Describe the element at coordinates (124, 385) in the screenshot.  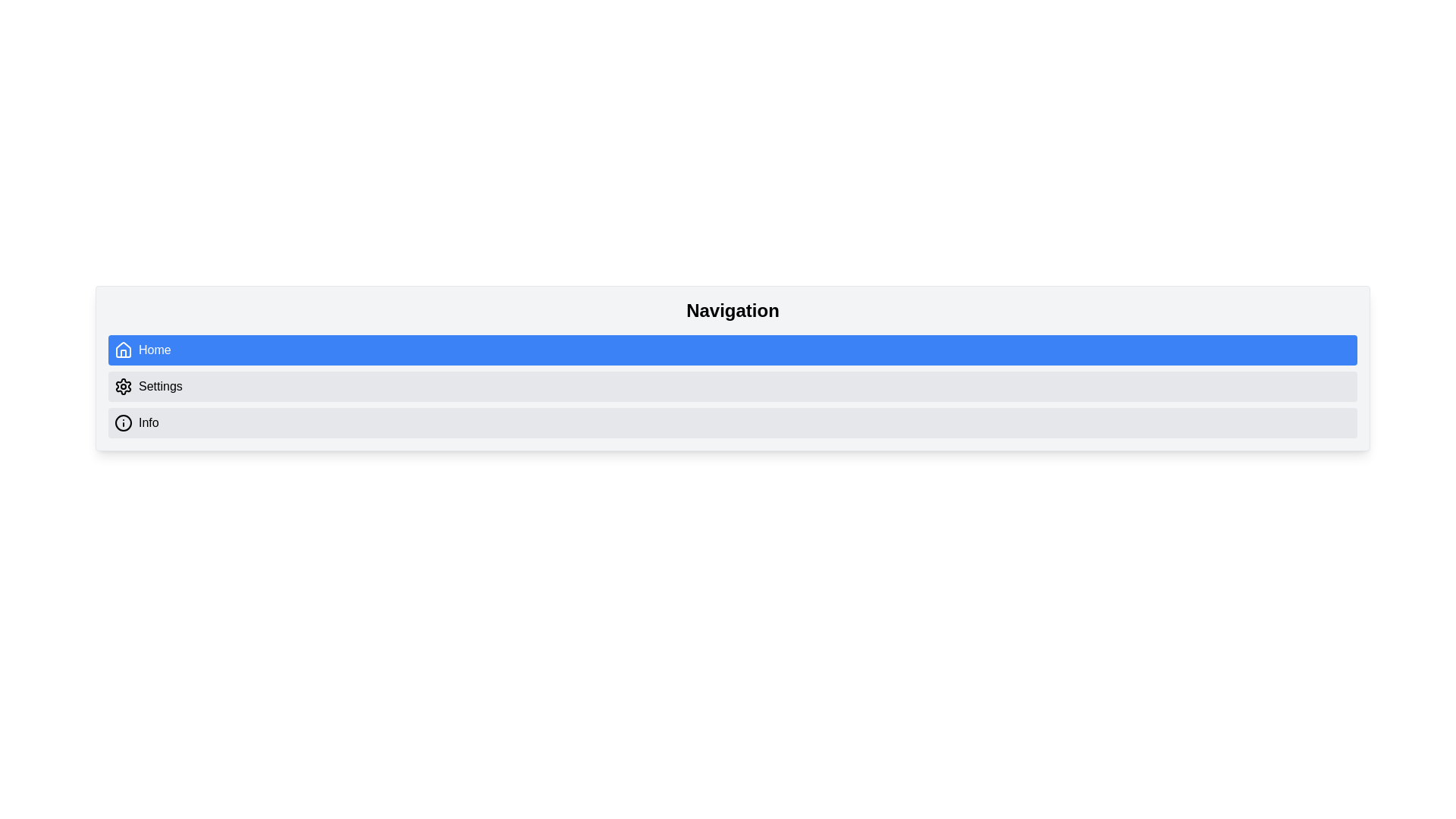
I see `the 'Settings' icon located to the left of the 'Settings' text label in the second row of the navigation menu as a visual indicator` at that location.